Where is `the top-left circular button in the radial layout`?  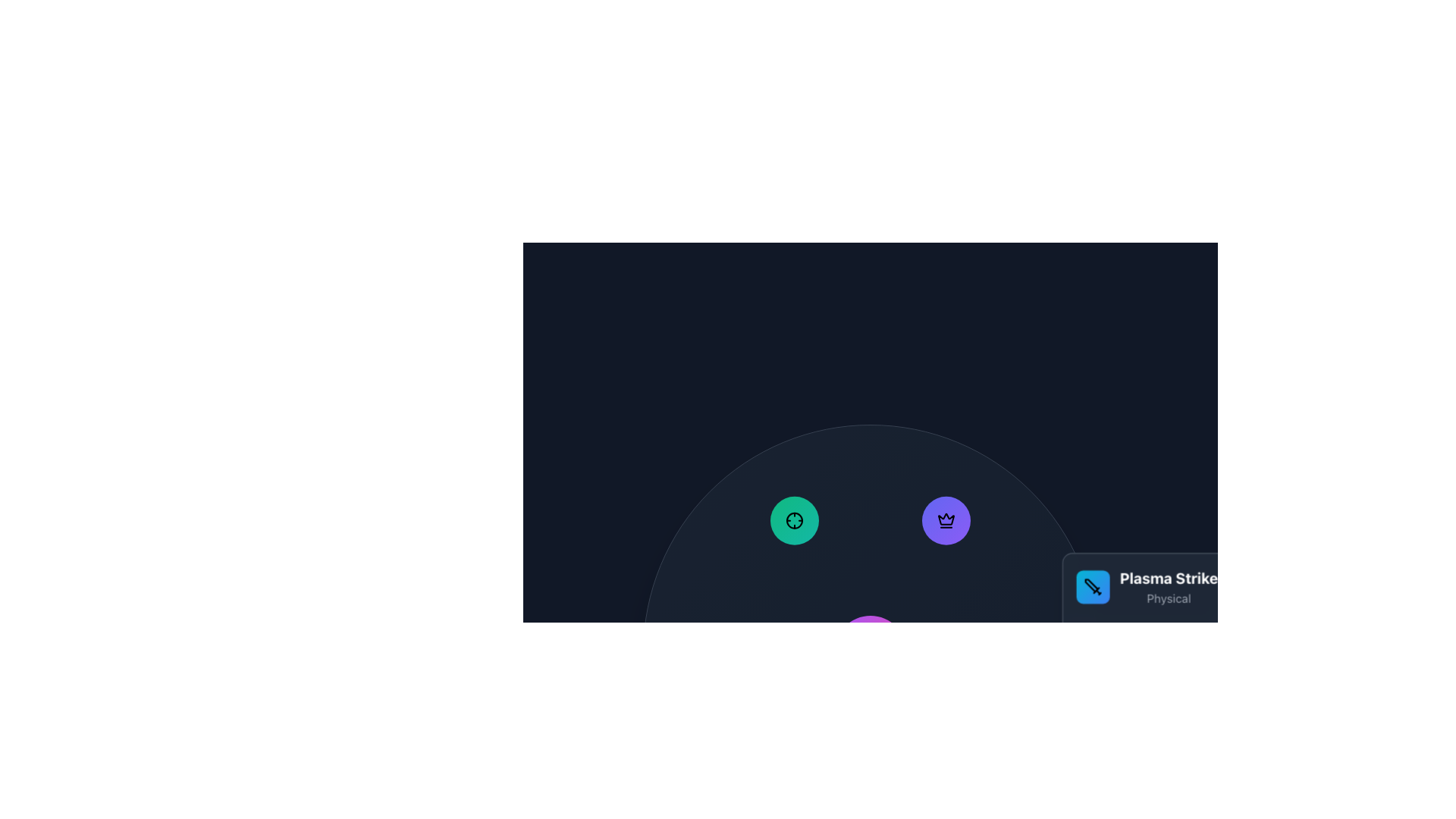
the top-left circular button in the radial layout is located at coordinates (793, 519).